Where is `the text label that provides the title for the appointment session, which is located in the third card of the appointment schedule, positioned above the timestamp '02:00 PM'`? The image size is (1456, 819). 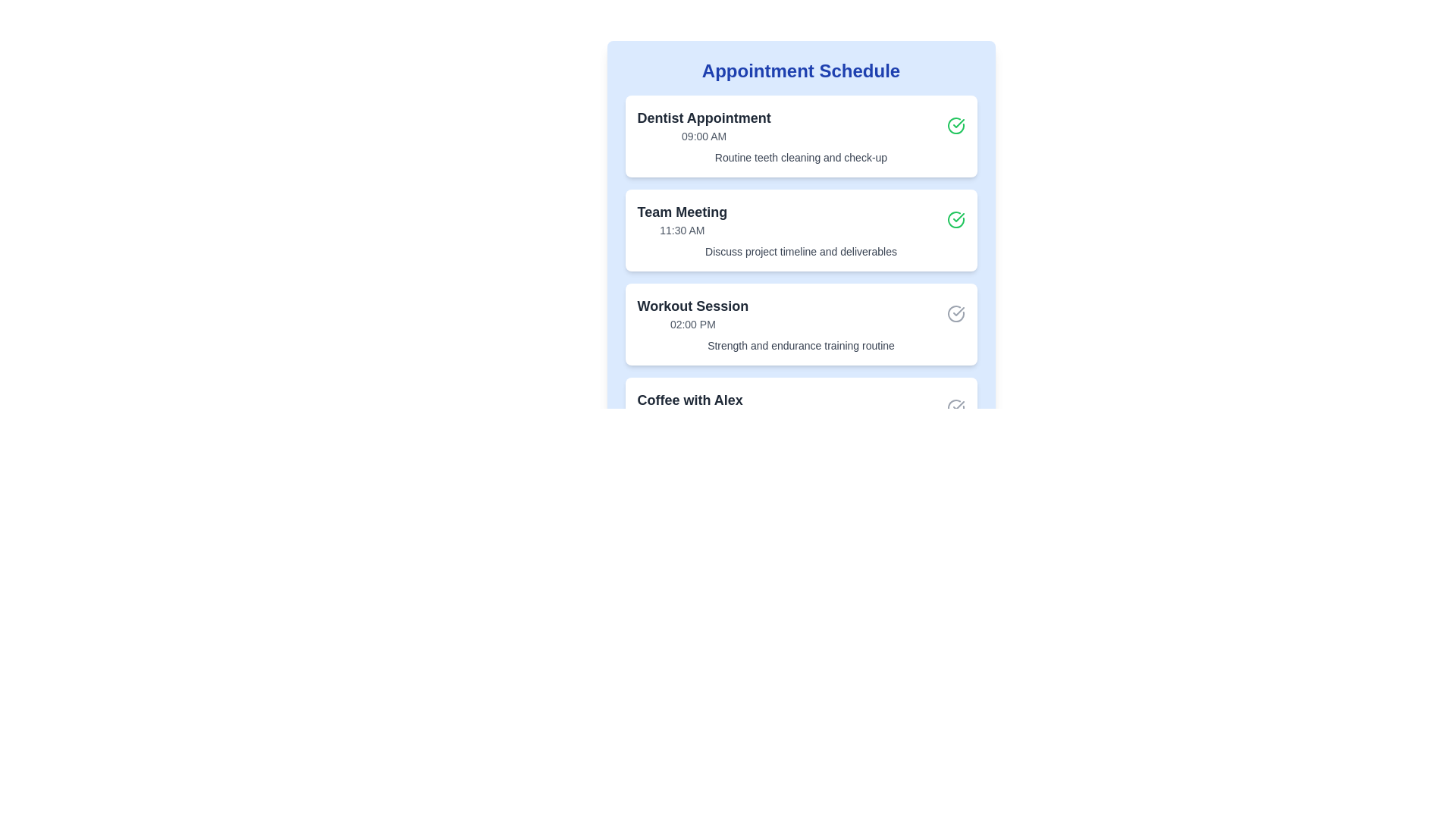 the text label that provides the title for the appointment session, which is located in the third card of the appointment schedule, positioned above the timestamp '02:00 PM' is located at coordinates (692, 306).